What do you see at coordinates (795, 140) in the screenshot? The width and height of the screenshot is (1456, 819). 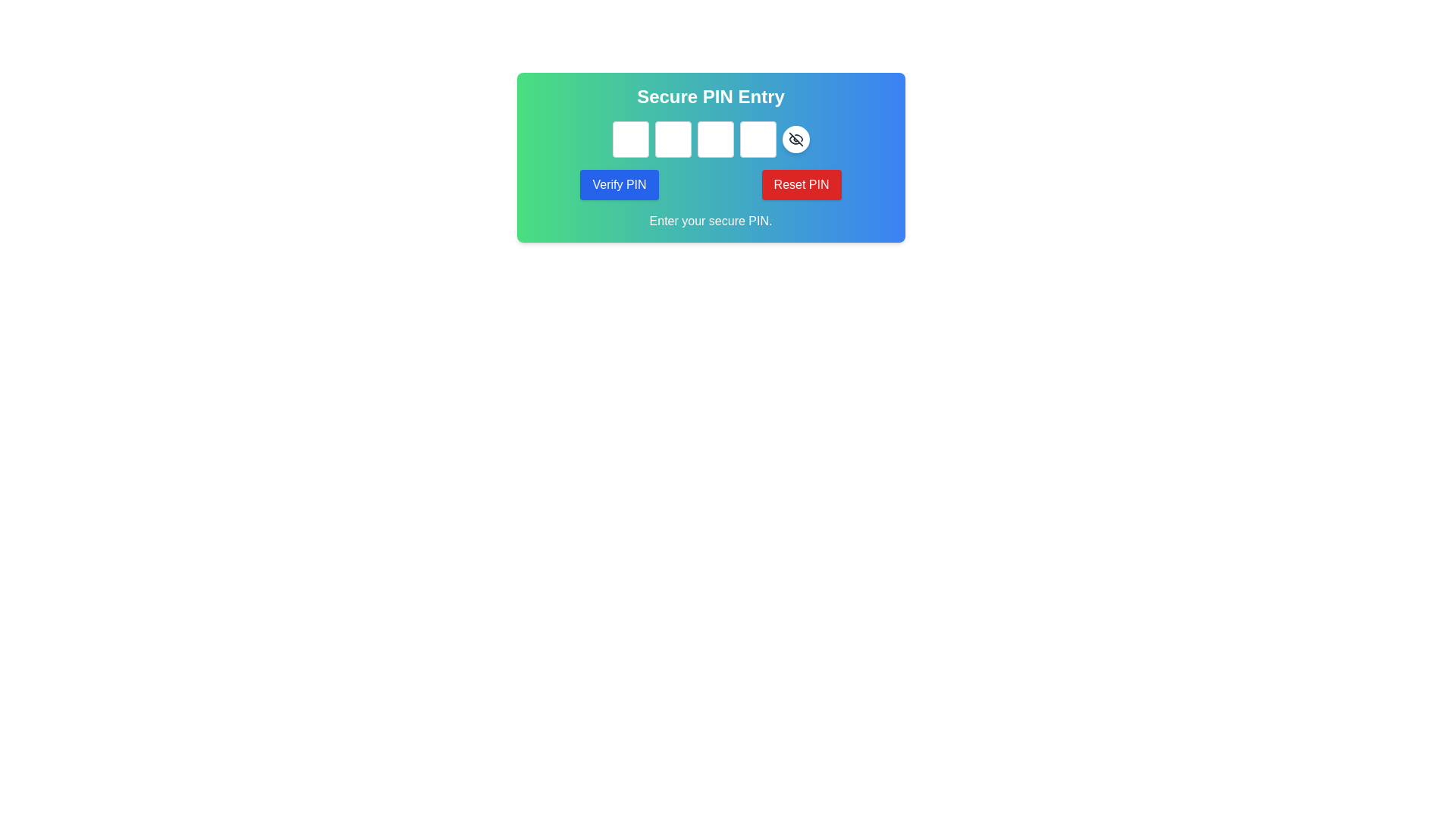 I see `the eye icon with a diagonal line crossing through it` at bounding box center [795, 140].